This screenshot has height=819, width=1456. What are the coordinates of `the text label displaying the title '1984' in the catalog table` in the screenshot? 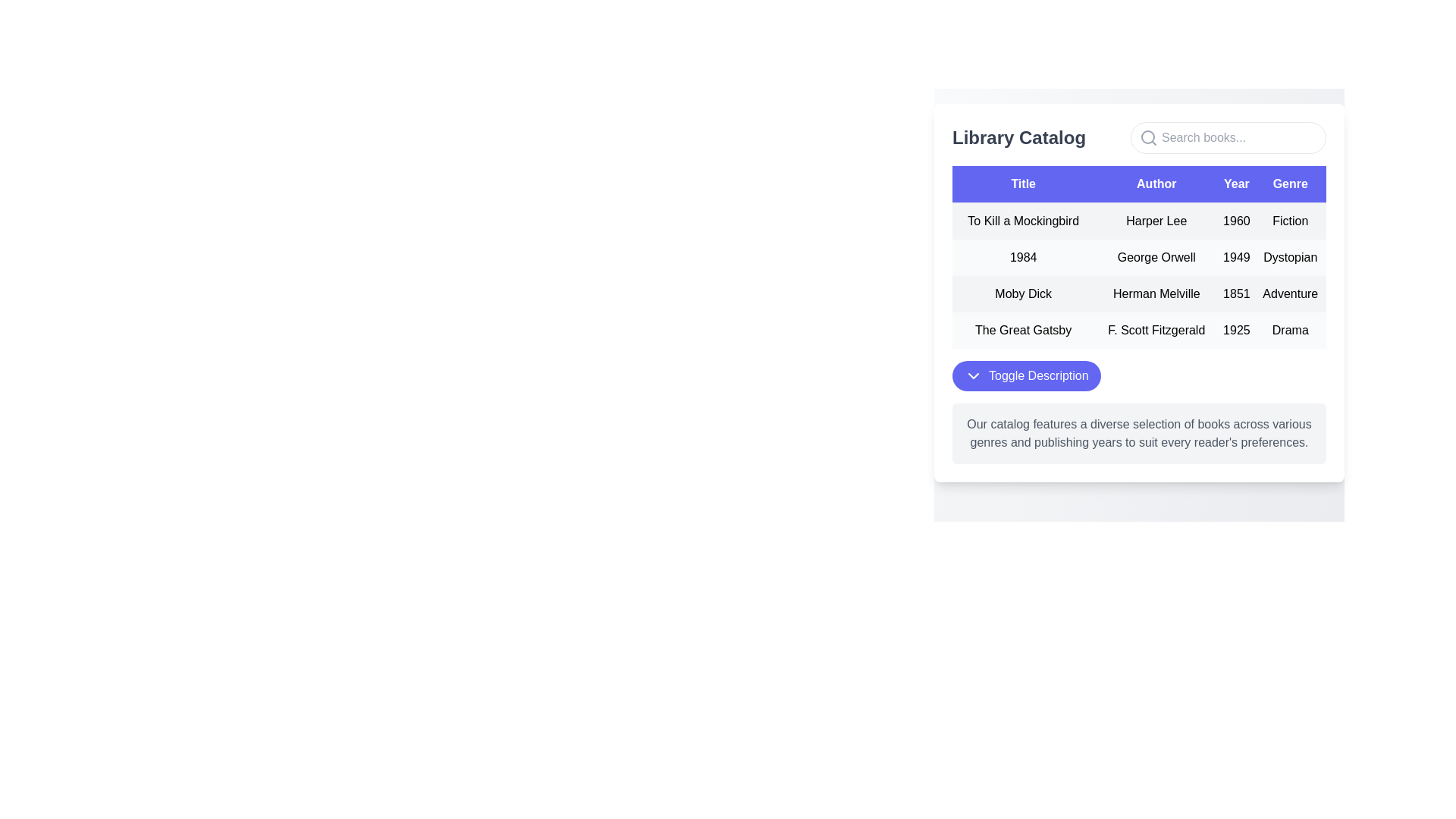 It's located at (1023, 256).